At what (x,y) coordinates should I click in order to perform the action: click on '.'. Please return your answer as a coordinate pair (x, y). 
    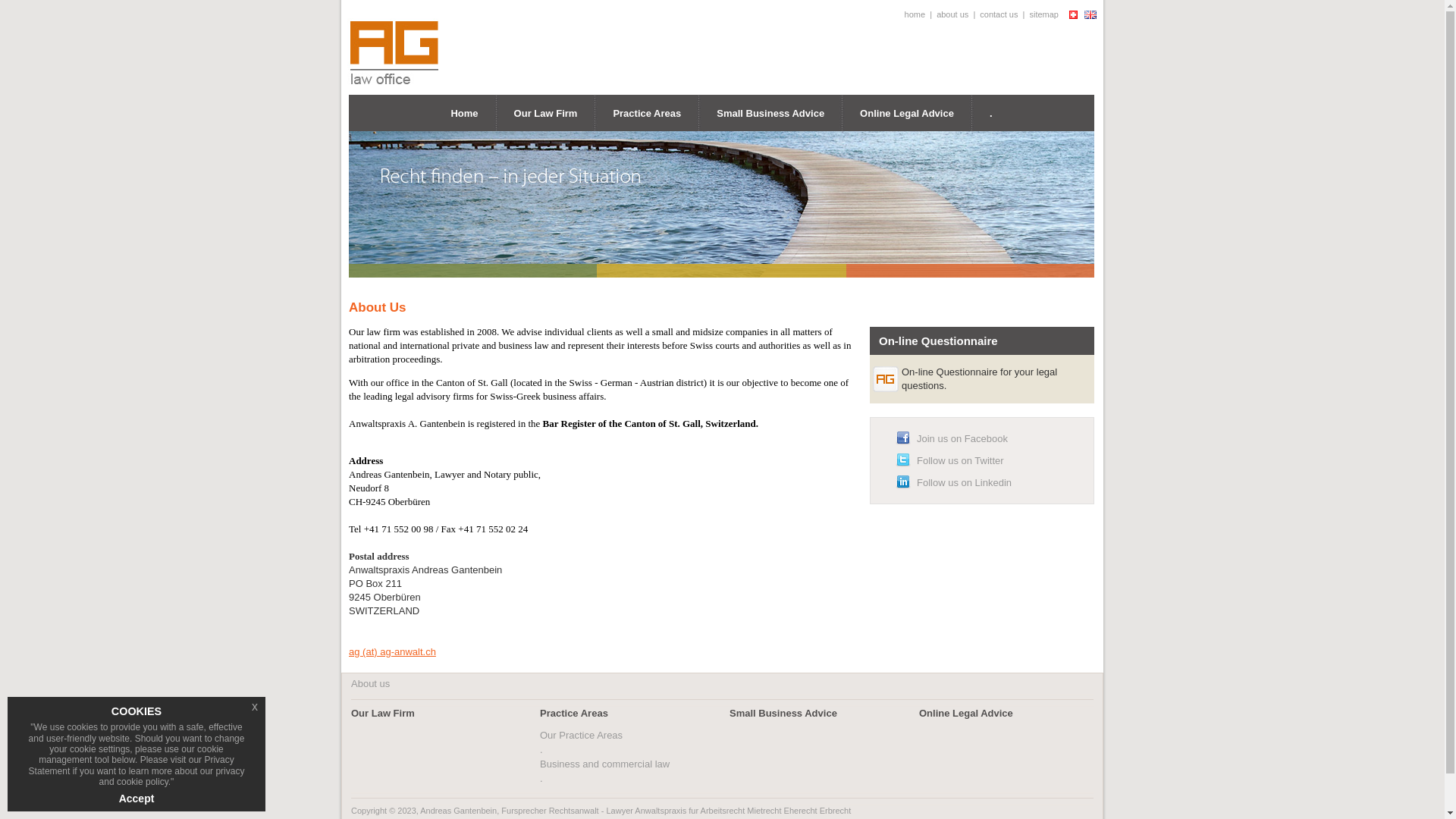
    Looking at the image, I should click on (539, 778).